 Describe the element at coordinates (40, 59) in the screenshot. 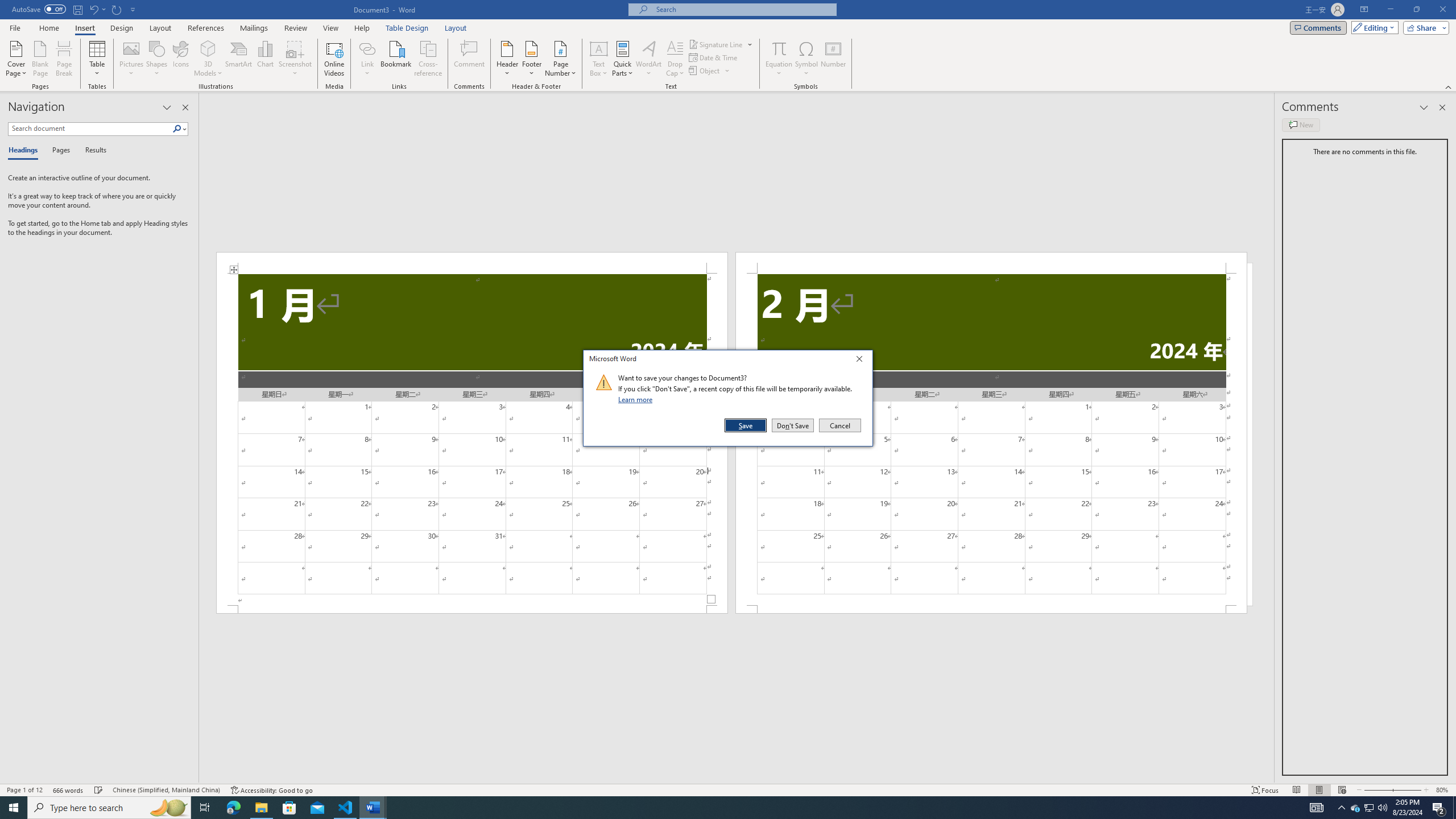

I see `'Blank Page'` at that location.